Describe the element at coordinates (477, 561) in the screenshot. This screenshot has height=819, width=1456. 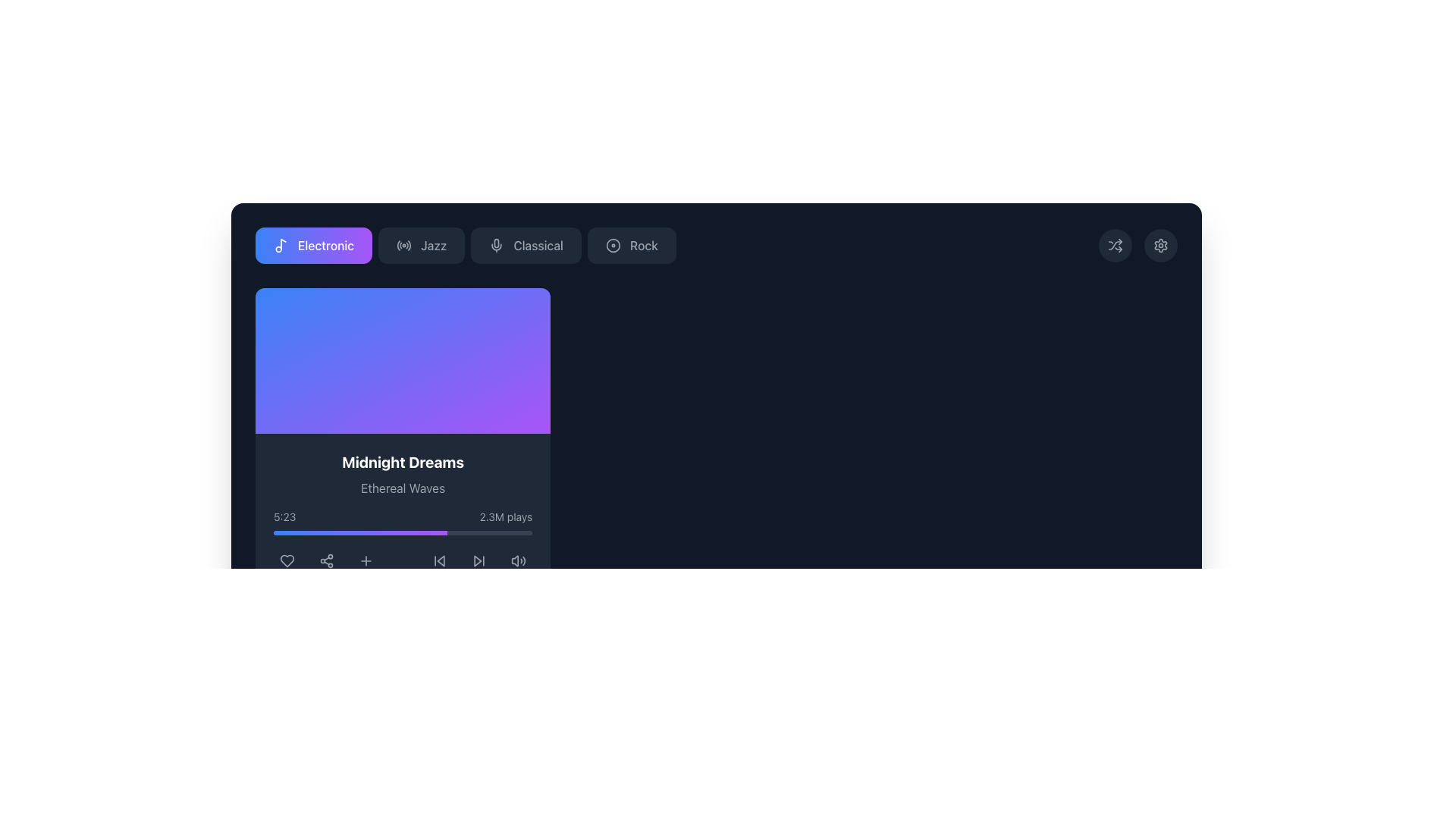
I see `the skip-forward button, which is an arrow-shaped geometric figure located` at that location.